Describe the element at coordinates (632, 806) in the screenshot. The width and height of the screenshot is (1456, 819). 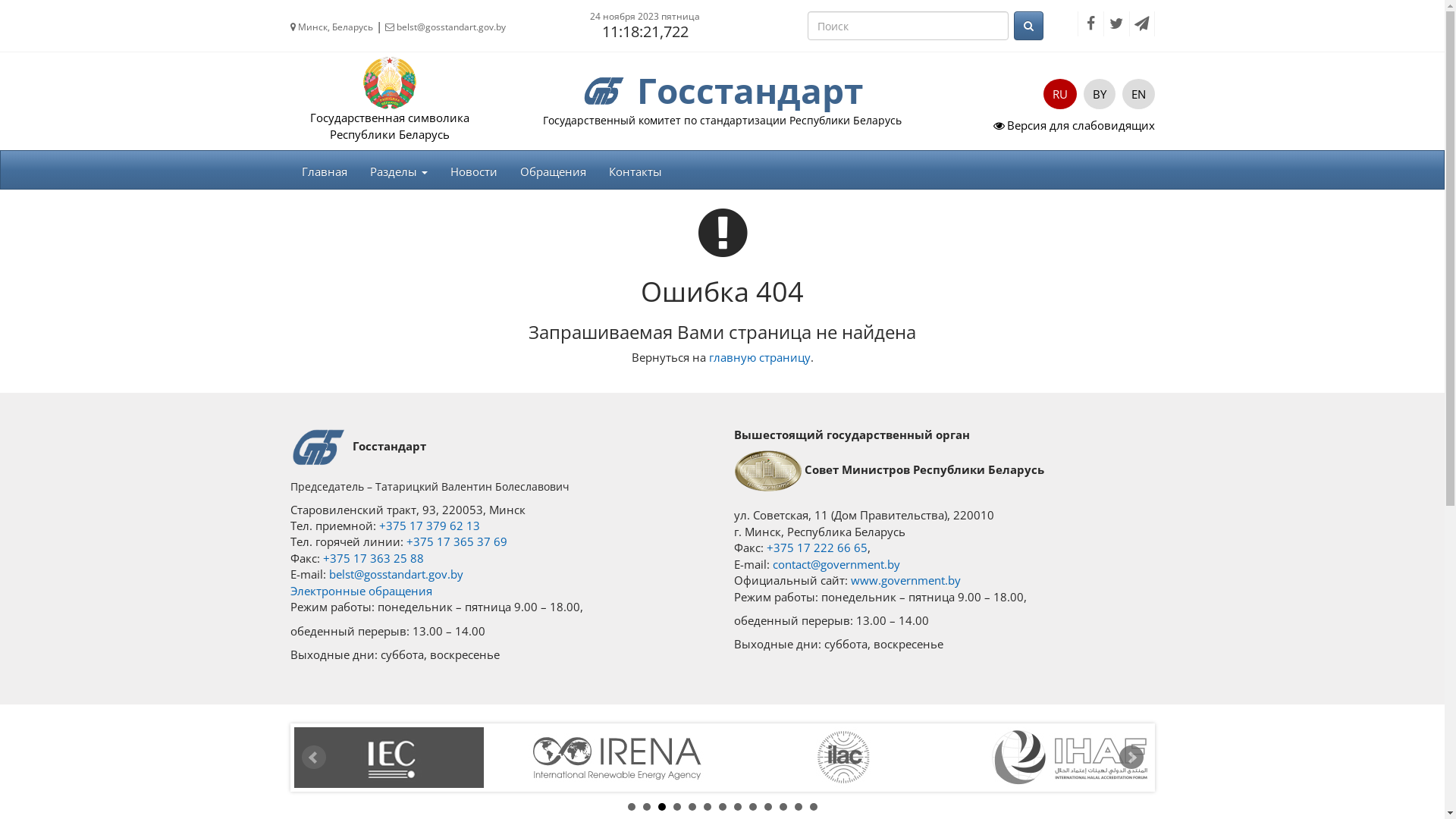
I see `'1'` at that location.